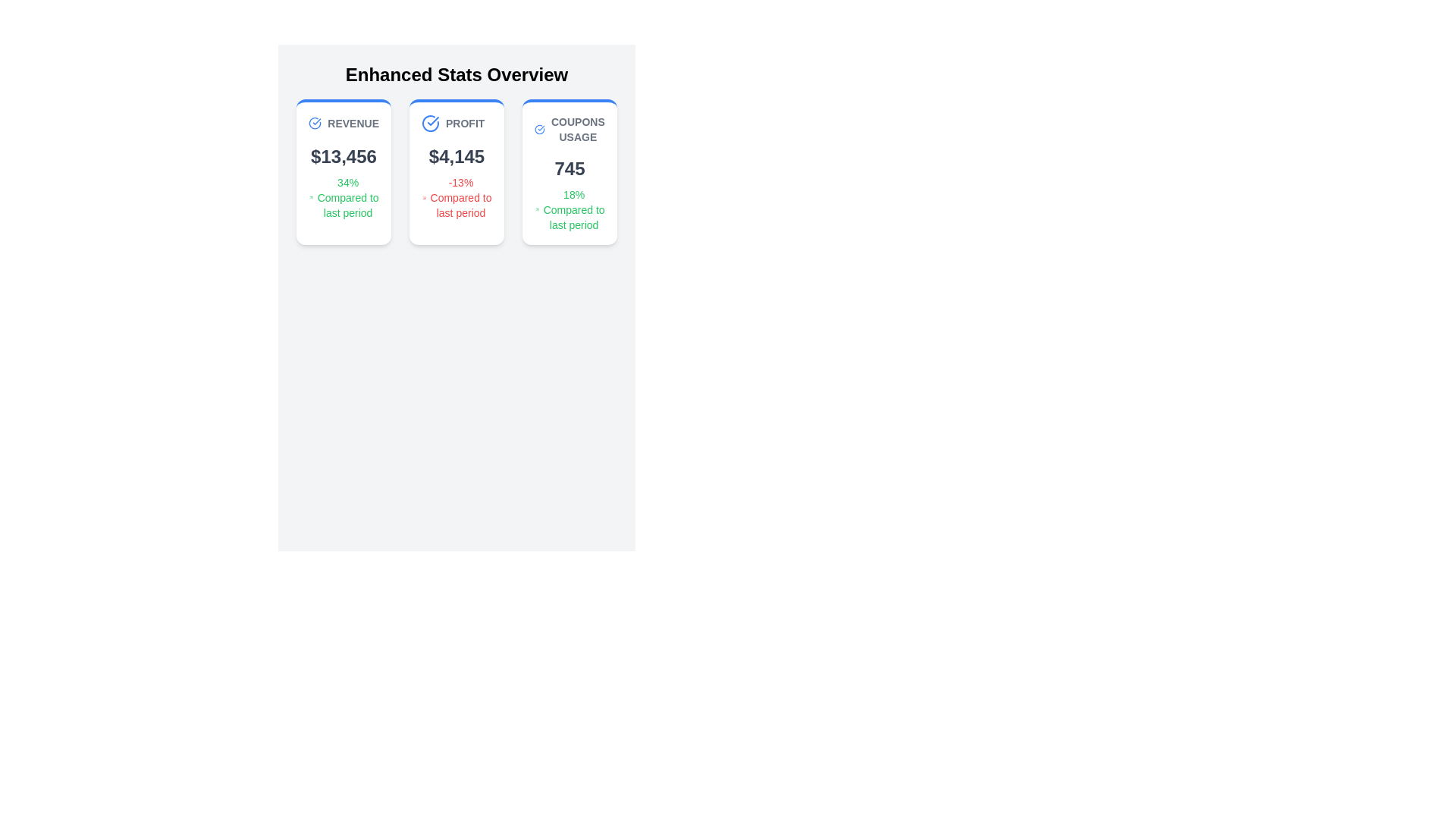 This screenshot has width=1456, height=819. What do you see at coordinates (537, 210) in the screenshot?
I see `the upward trend icon located to the left of the text '18% Compared to last period' under the 'COUPONS USAGE' card, indicating a positive change in the metric` at bounding box center [537, 210].